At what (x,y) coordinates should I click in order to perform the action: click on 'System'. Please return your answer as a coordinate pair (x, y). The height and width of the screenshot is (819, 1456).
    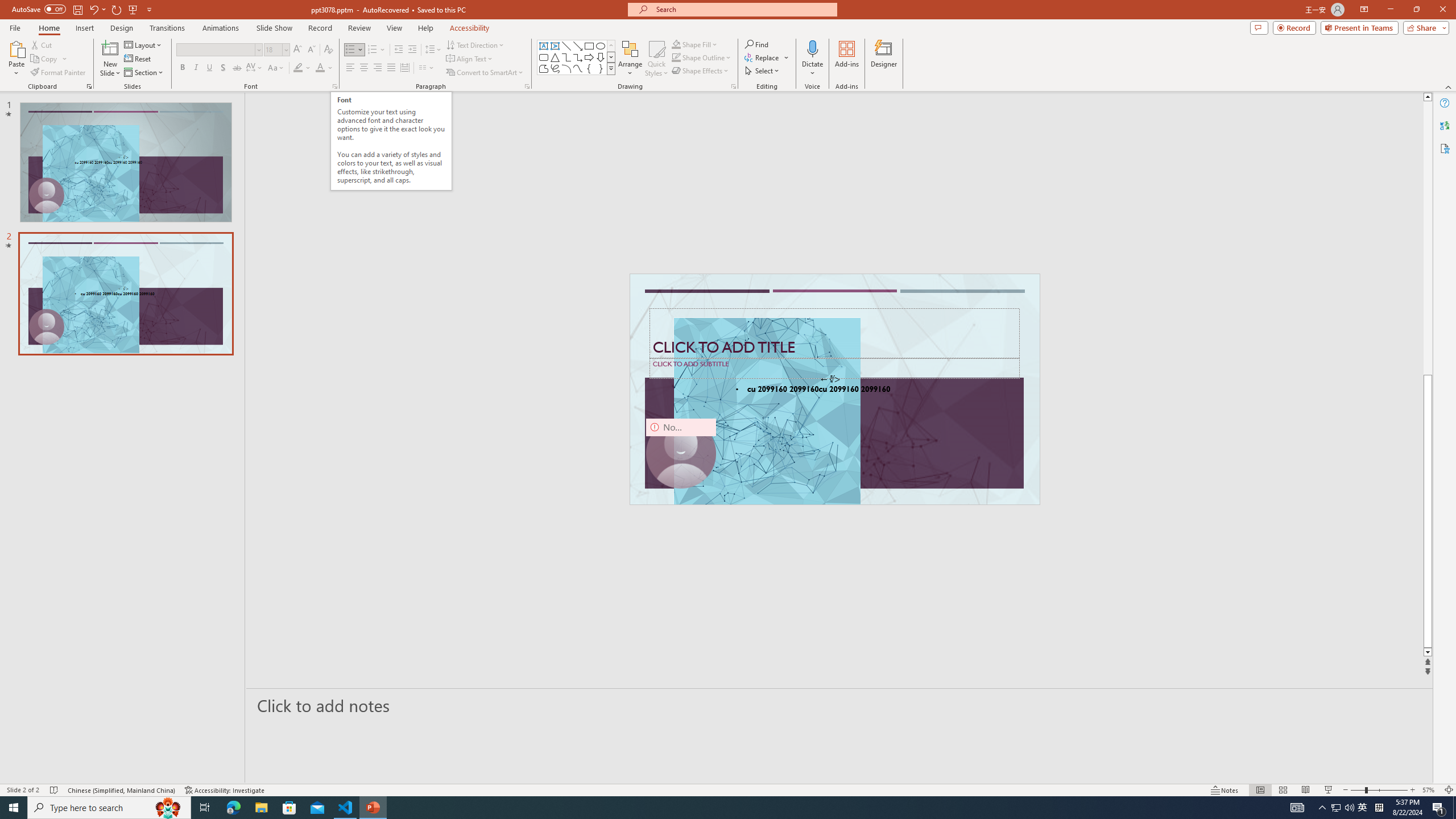
    Looking at the image, I should click on (6, 5).